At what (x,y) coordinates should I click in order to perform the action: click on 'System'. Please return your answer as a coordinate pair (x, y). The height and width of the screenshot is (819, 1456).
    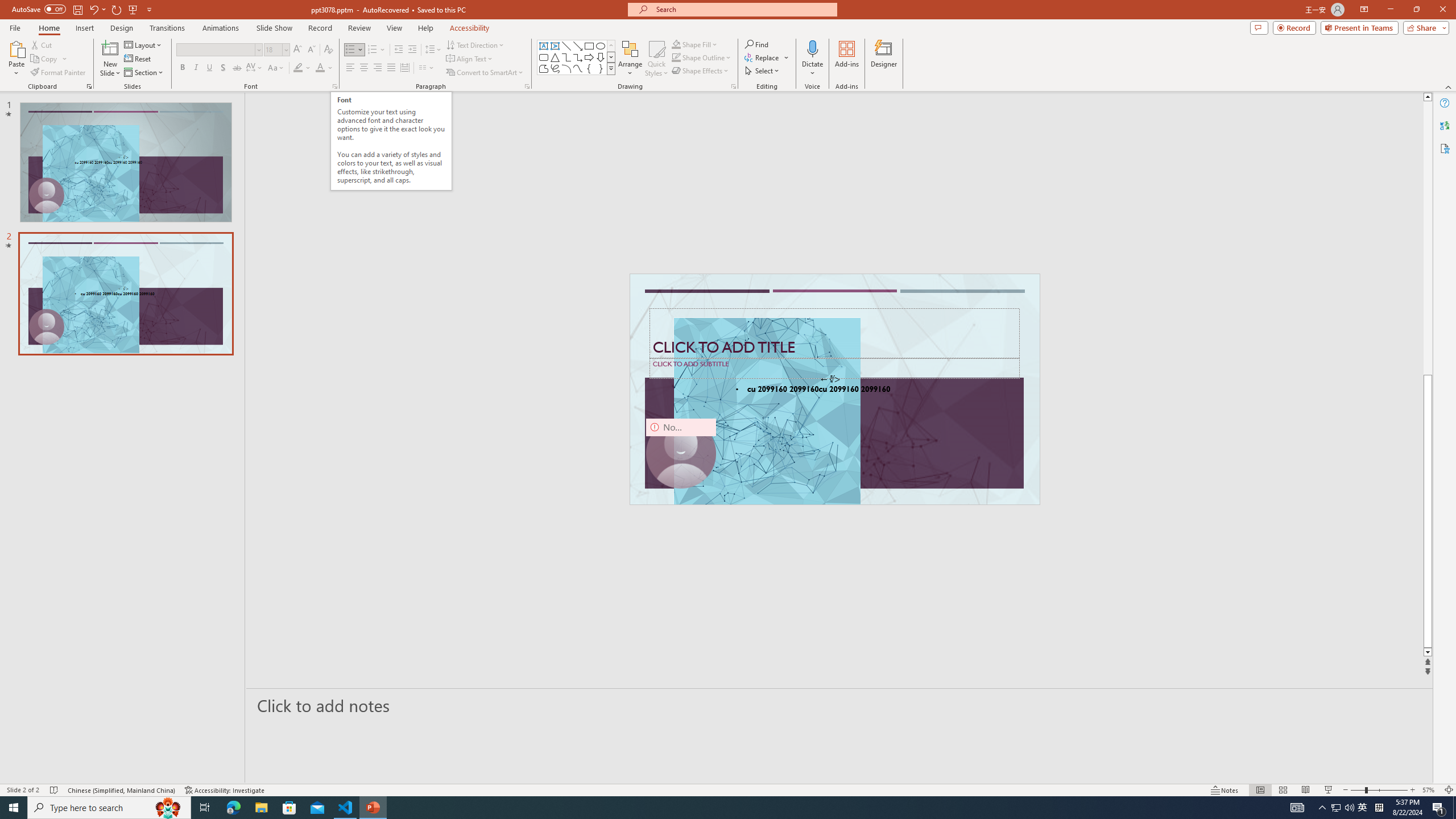
    Looking at the image, I should click on (6, 5).